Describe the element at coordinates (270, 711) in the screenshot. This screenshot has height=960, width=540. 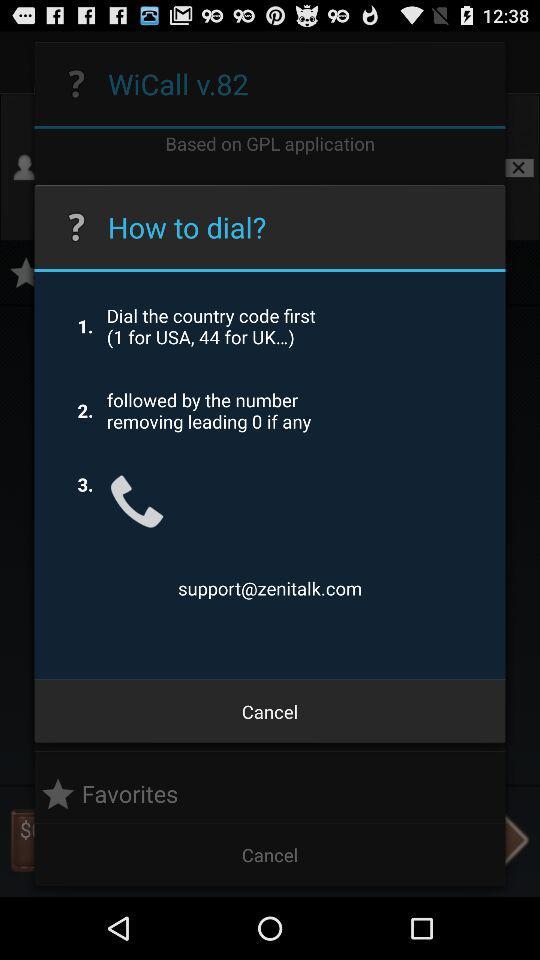
I see `app below the support@zenitalk.com app` at that location.